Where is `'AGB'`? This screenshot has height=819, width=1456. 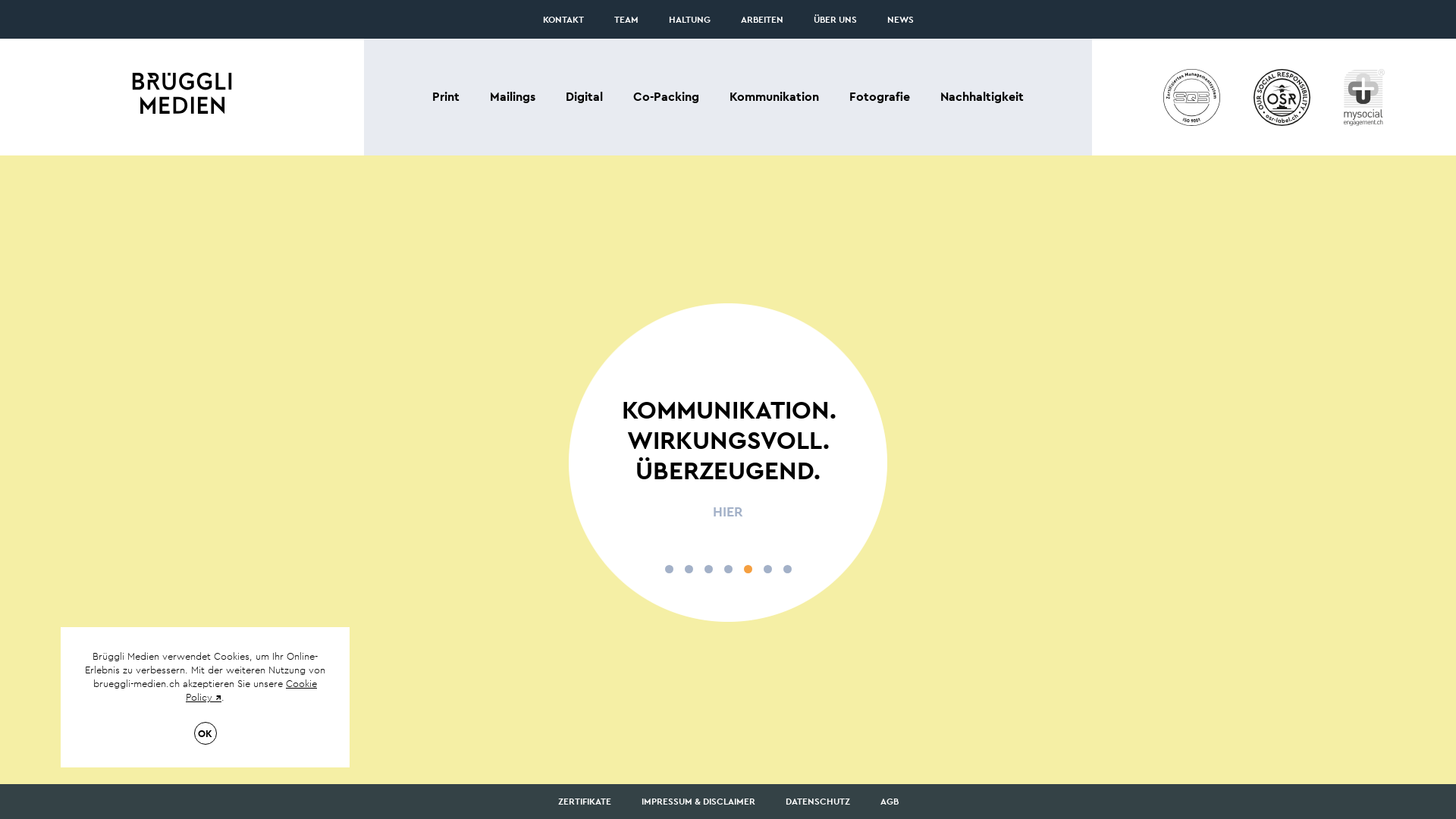
'AGB' is located at coordinates (888, 800).